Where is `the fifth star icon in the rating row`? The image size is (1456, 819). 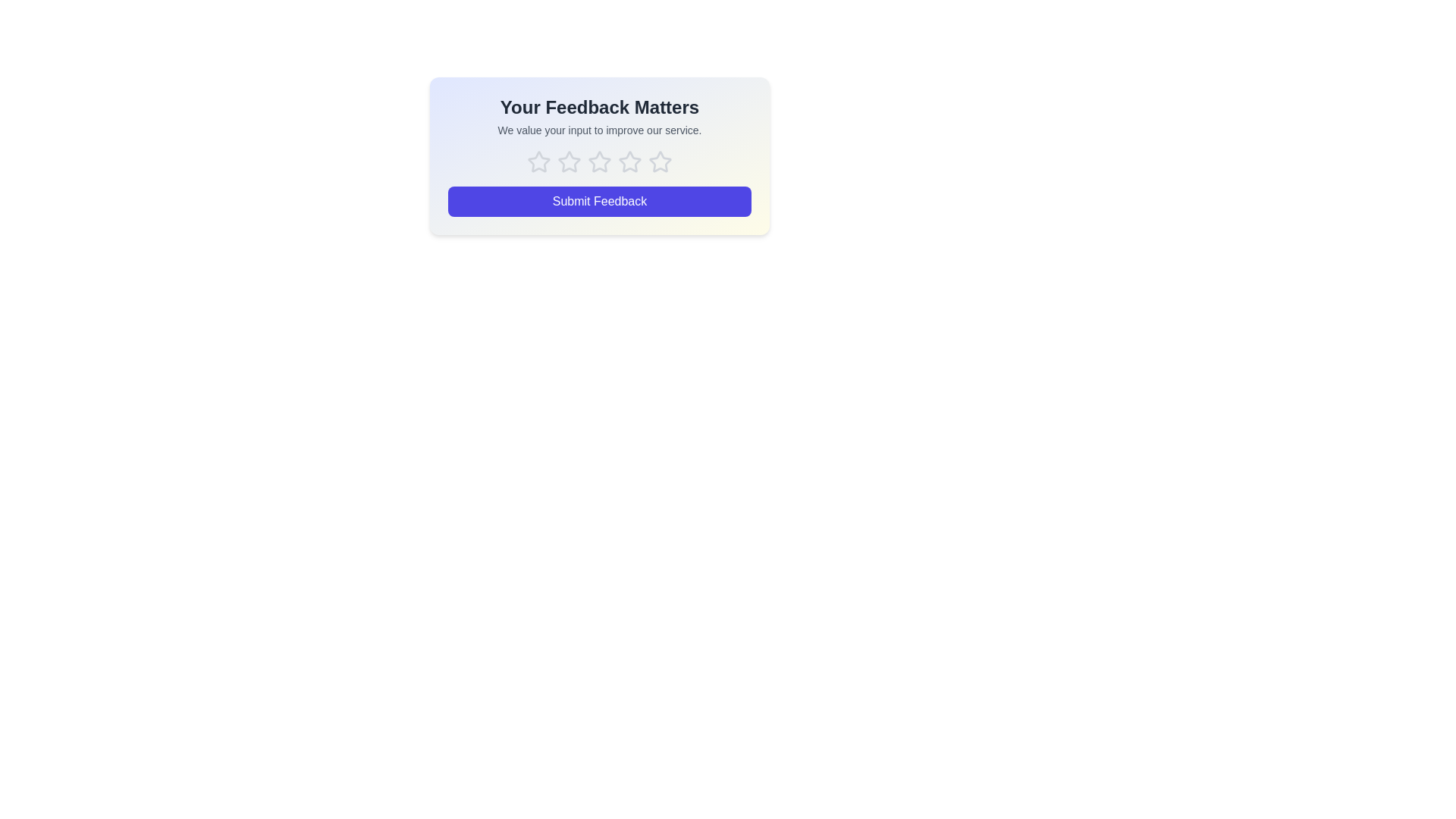
the fifth star icon in the rating row is located at coordinates (660, 162).